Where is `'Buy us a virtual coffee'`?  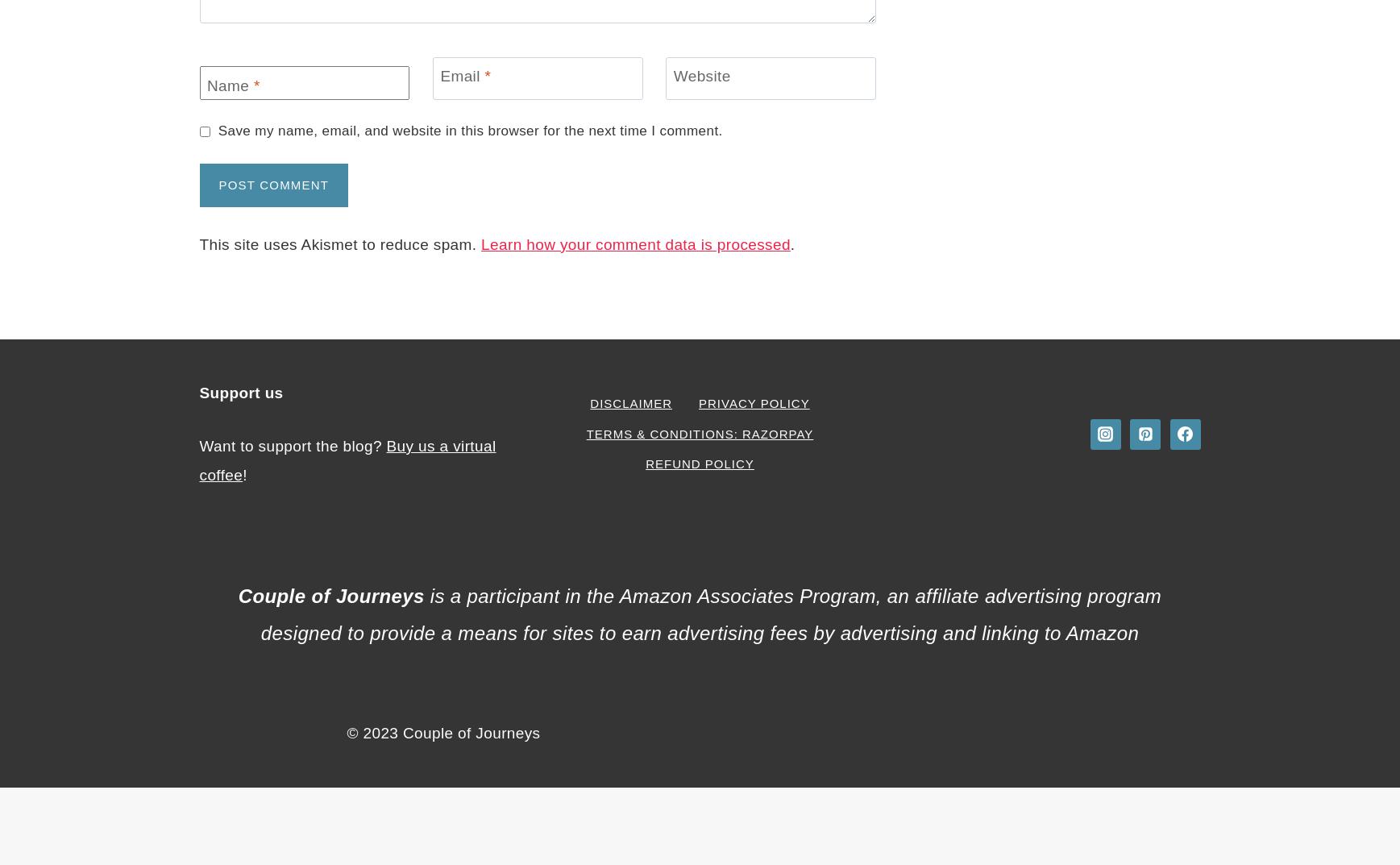
'Buy us a virtual coffee' is located at coordinates (346, 460).